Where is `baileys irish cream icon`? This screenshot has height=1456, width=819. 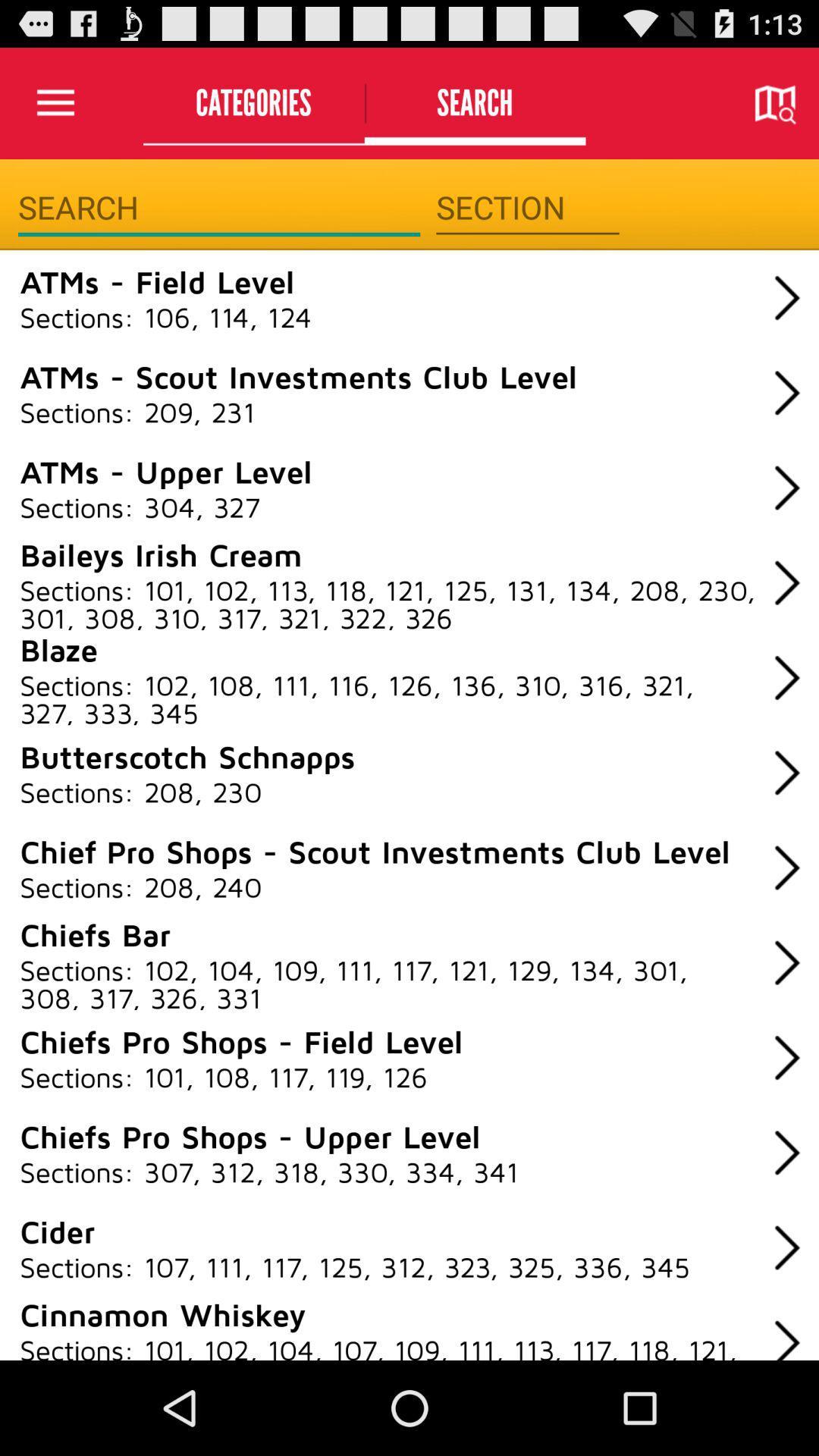 baileys irish cream icon is located at coordinates (161, 553).